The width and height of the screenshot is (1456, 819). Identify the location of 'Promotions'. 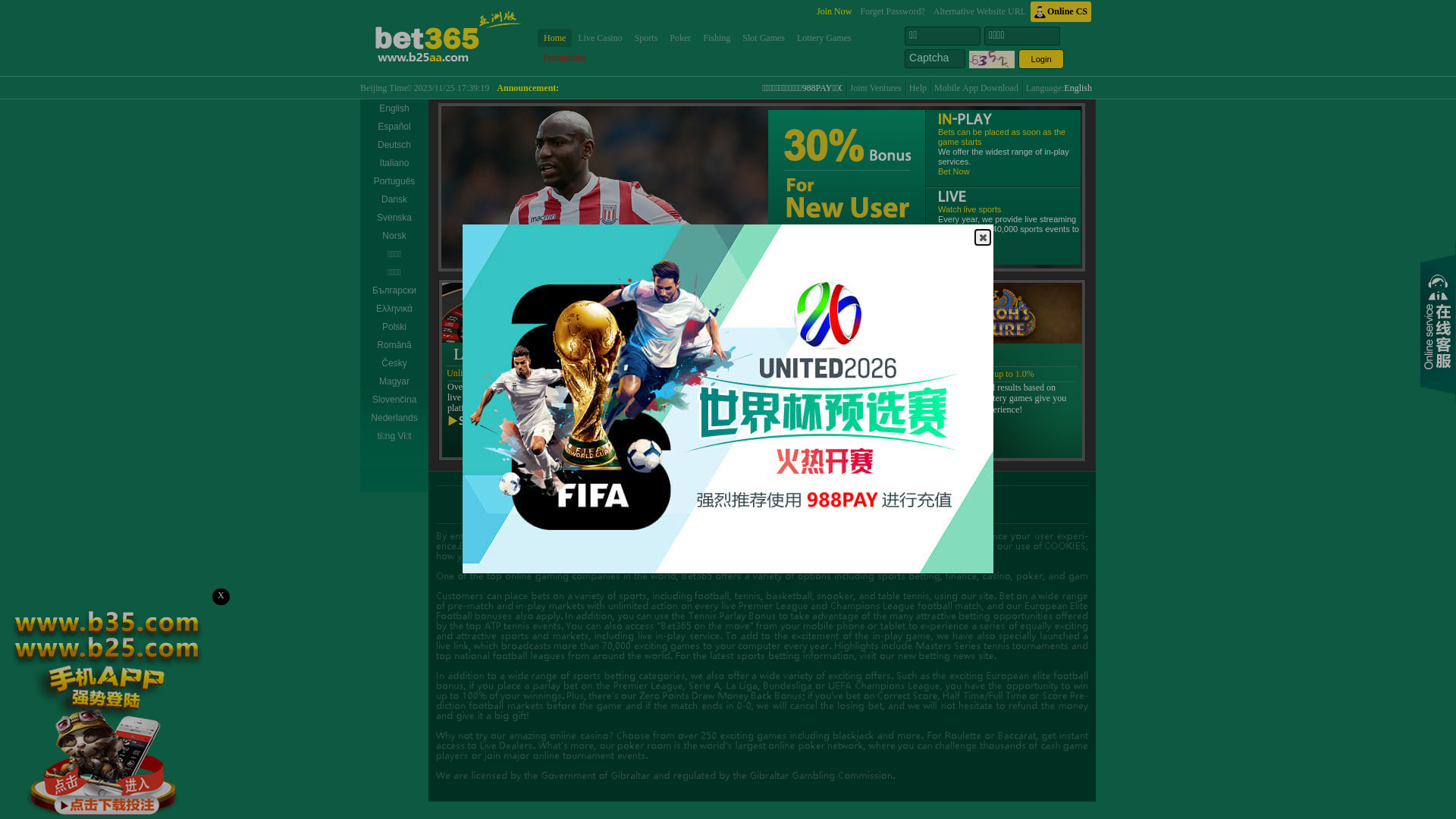
(563, 57).